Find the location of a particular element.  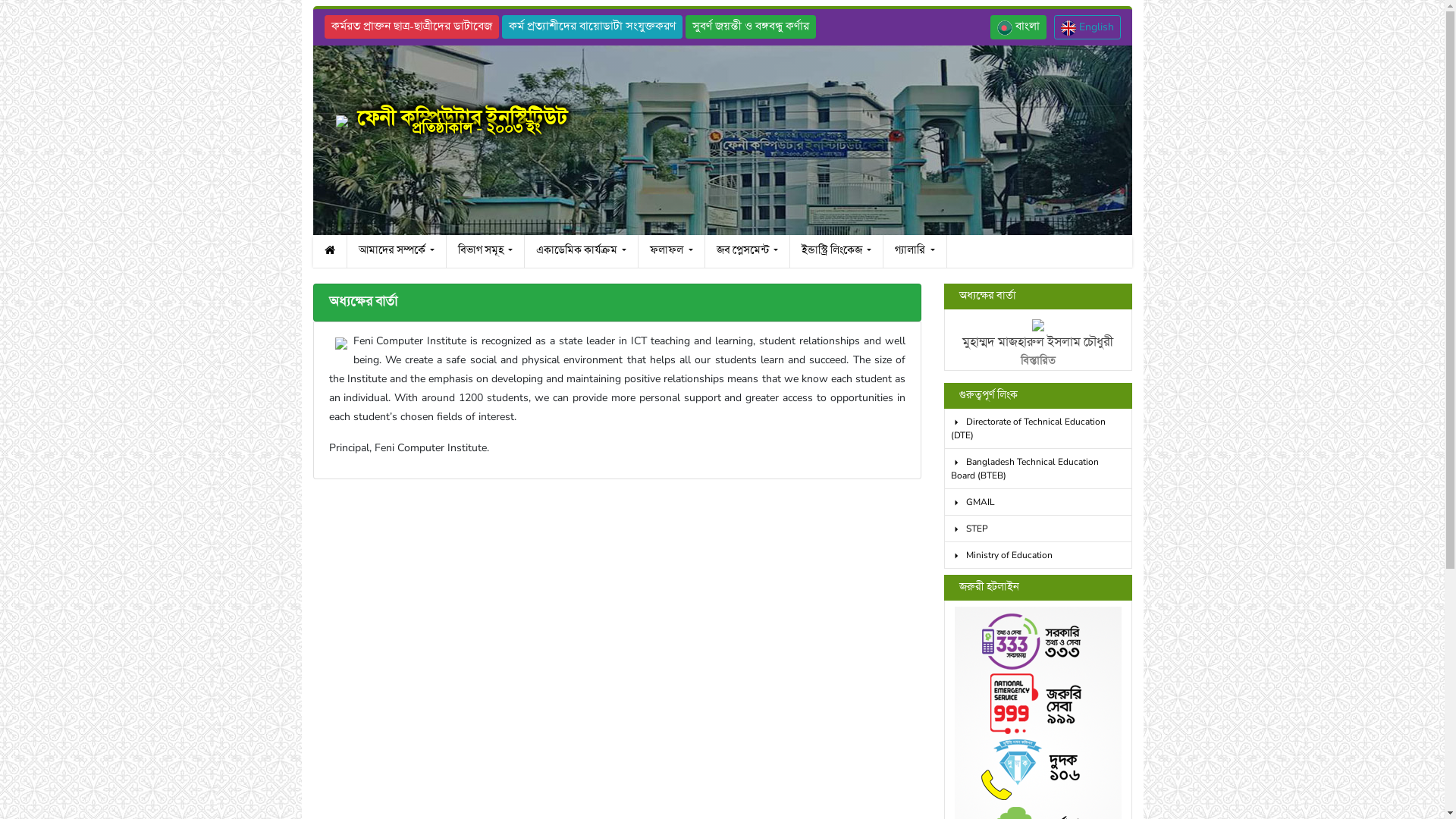

'  Bangladesh Technical Education Board (BTEB)' is located at coordinates (943, 468).